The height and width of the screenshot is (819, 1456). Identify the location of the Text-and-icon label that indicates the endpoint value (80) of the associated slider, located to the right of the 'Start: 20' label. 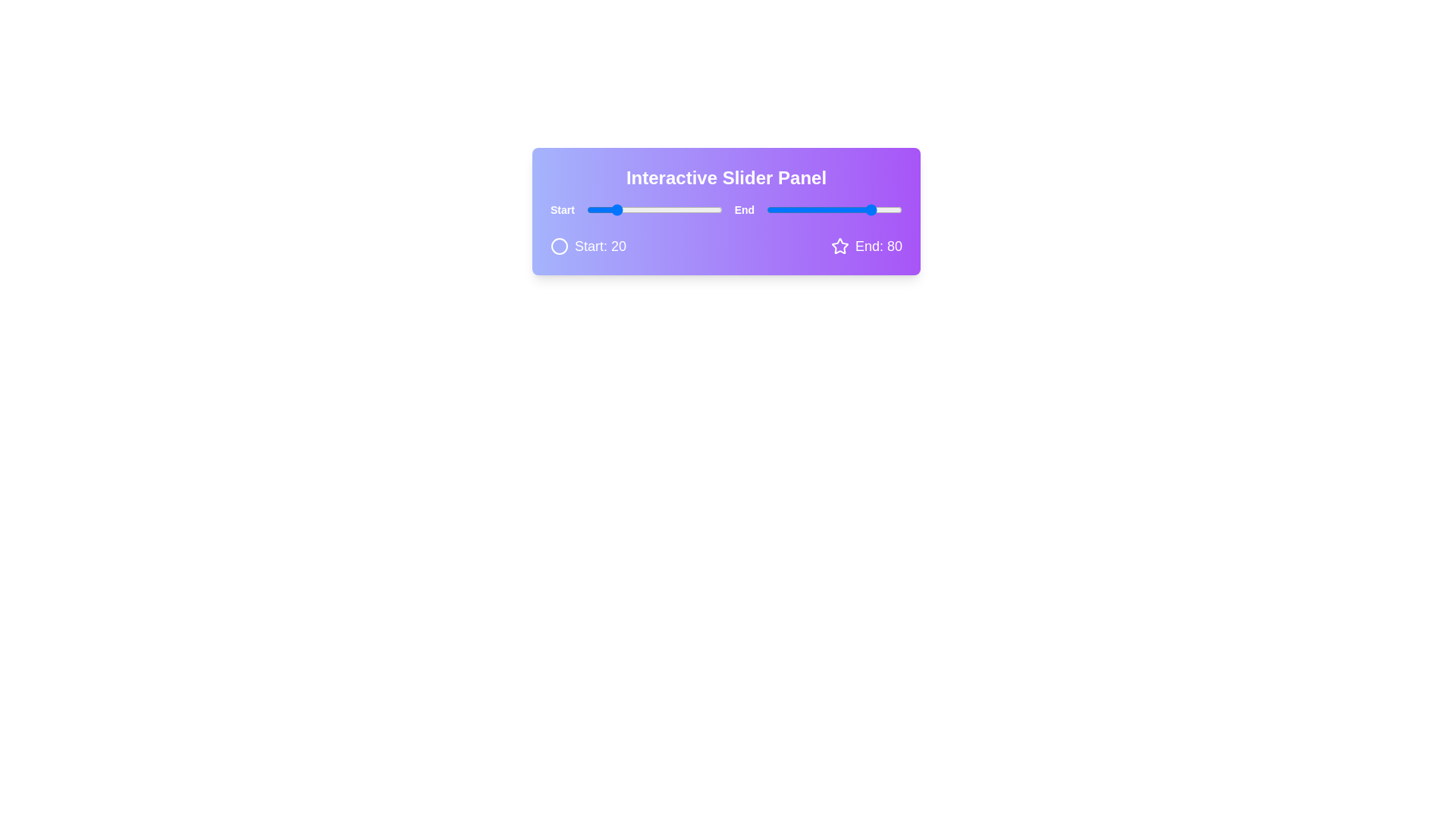
(866, 245).